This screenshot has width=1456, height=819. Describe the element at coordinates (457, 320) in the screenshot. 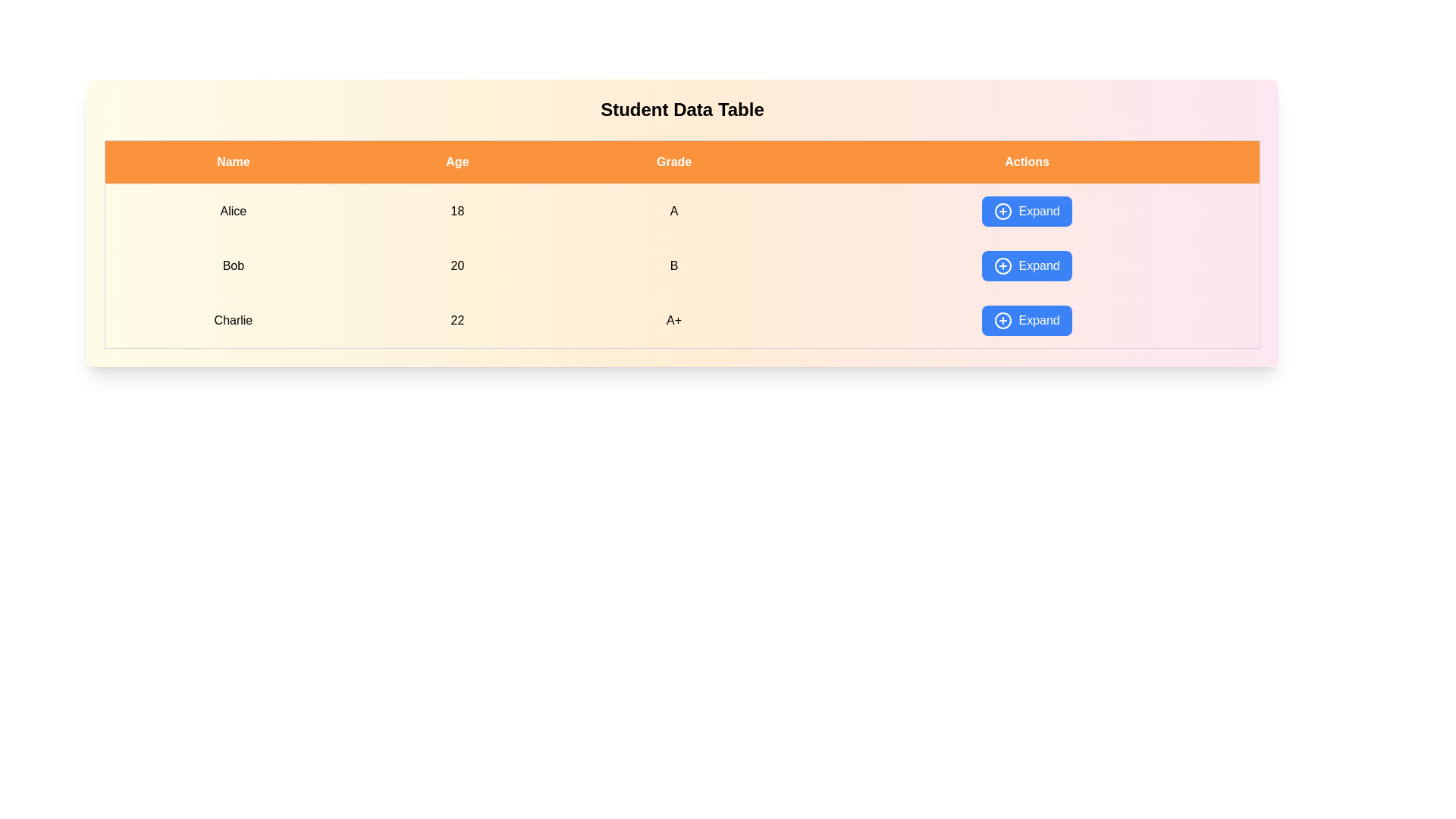

I see `the static text element displaying the numerical value '22' under the 'Age' column for the row labeled 'Charlie' in the 'Student Data Table'` at that location.